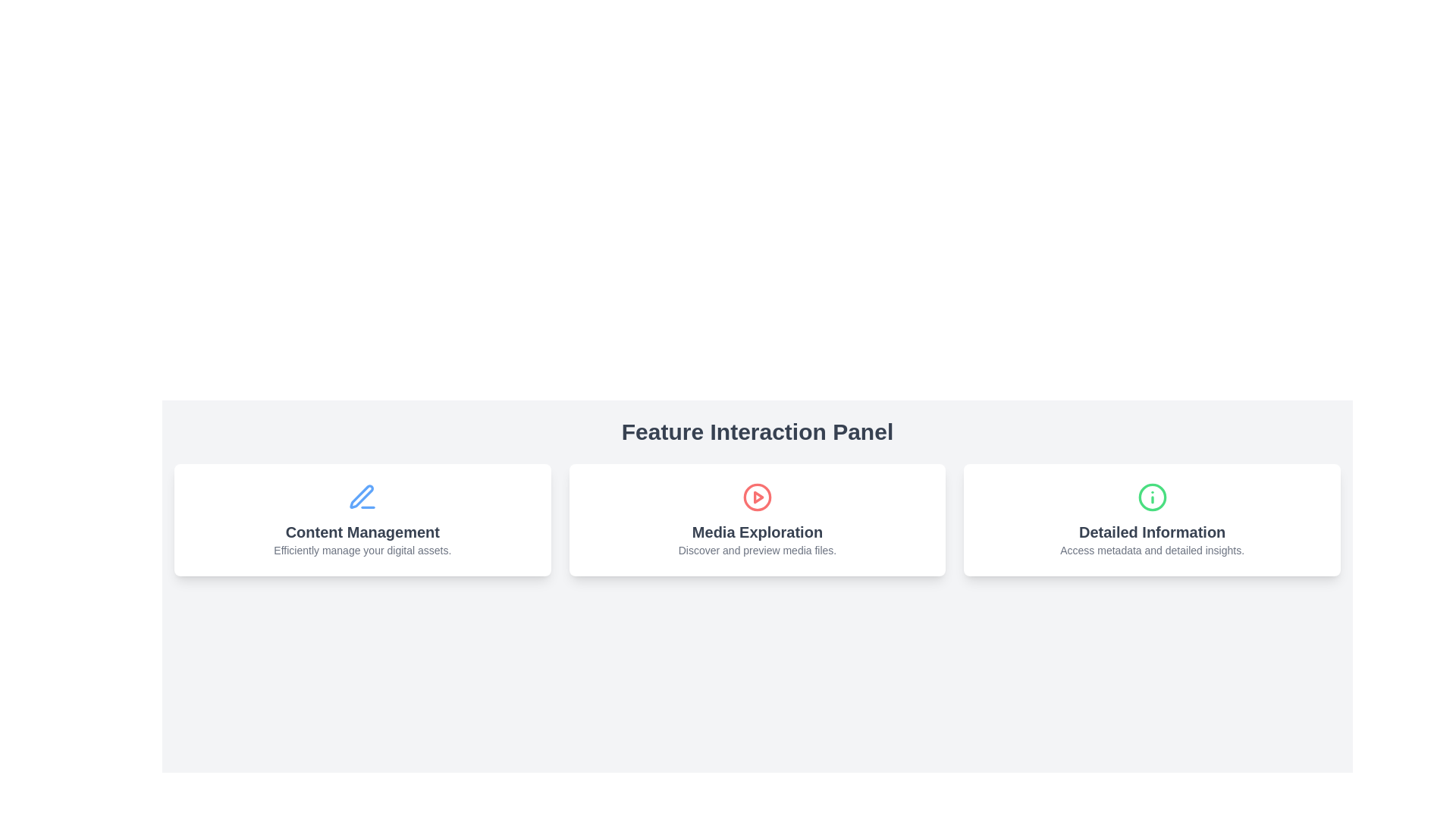 This screenshot has width=1456, height=819. I want to click on the text label displaying 'Detailed Information' in bold, extra-large dark gray font for additional information, so click(1152, 532).